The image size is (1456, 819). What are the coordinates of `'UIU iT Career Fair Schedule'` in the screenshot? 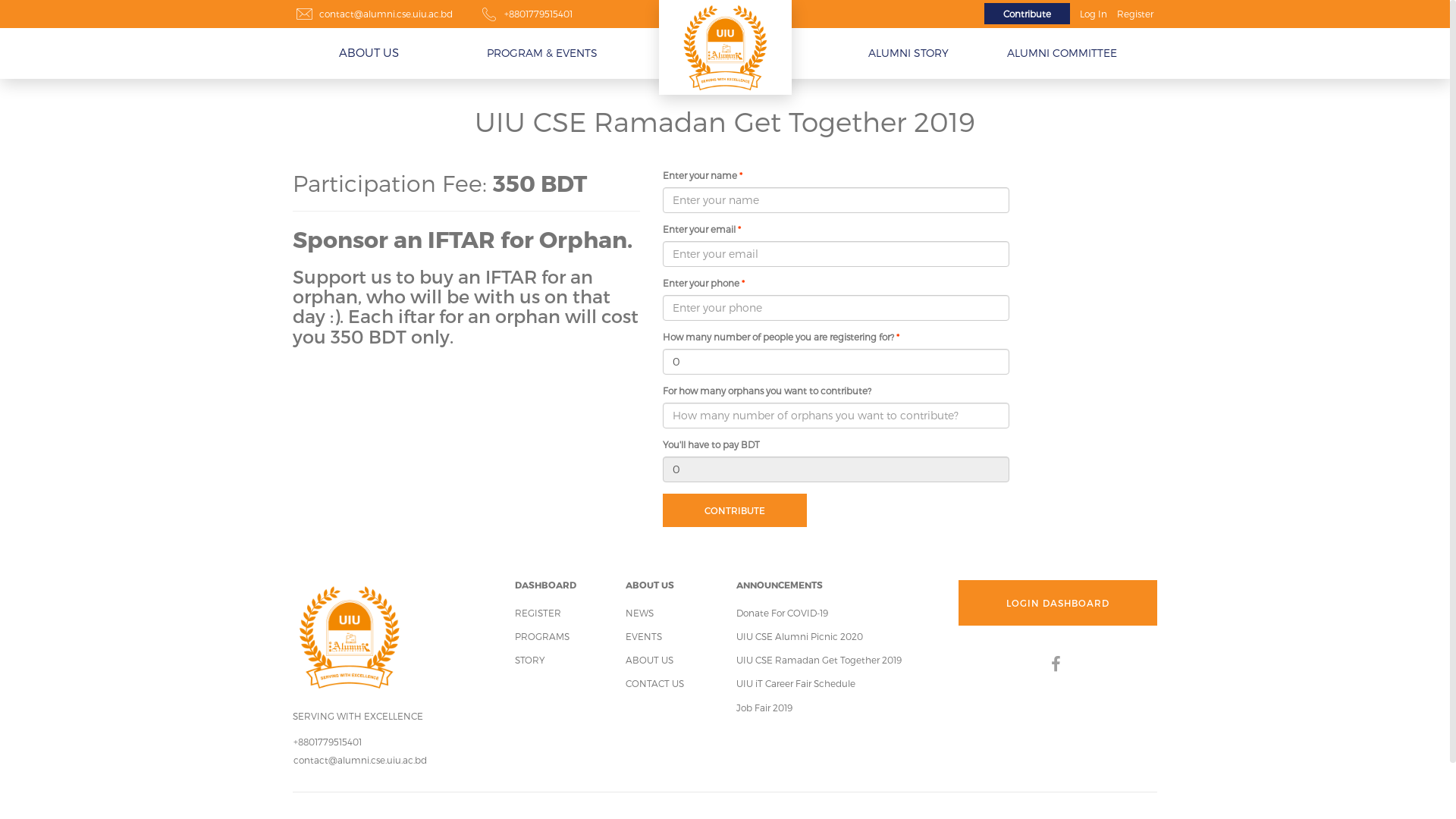 It's located at (795, 683).